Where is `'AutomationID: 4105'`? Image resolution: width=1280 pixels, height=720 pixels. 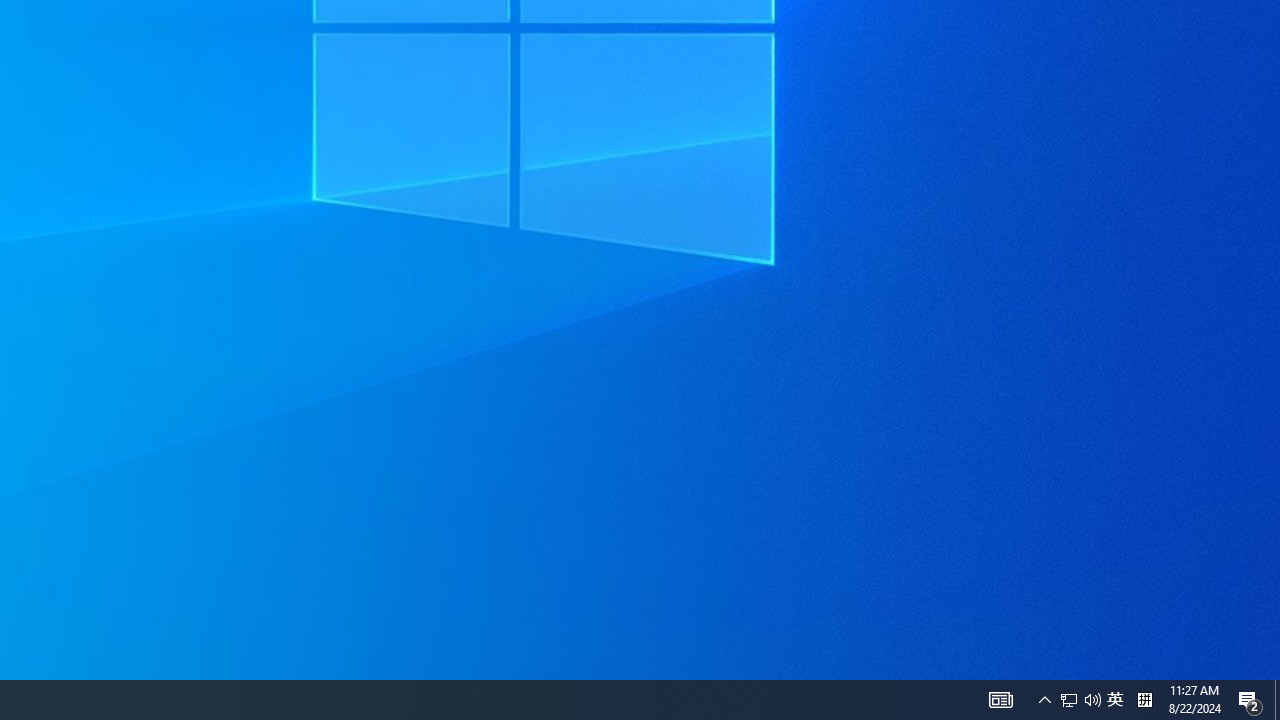
'AutomationID: 4105' is located at coordinates (1044, 698).